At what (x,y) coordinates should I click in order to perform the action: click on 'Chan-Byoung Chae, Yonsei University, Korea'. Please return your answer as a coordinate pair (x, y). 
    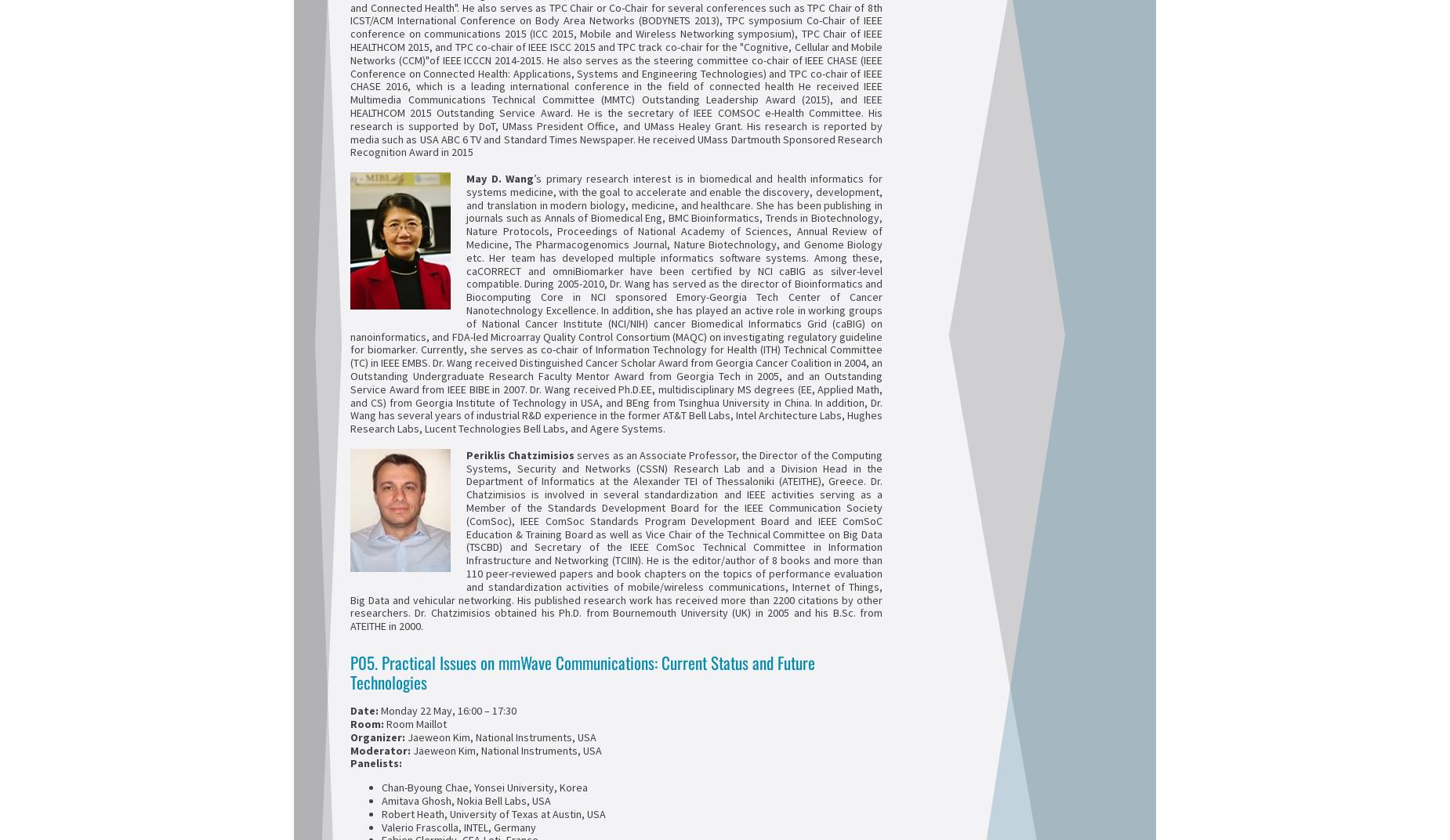
    Looking at the image, I should click on (484, 787).